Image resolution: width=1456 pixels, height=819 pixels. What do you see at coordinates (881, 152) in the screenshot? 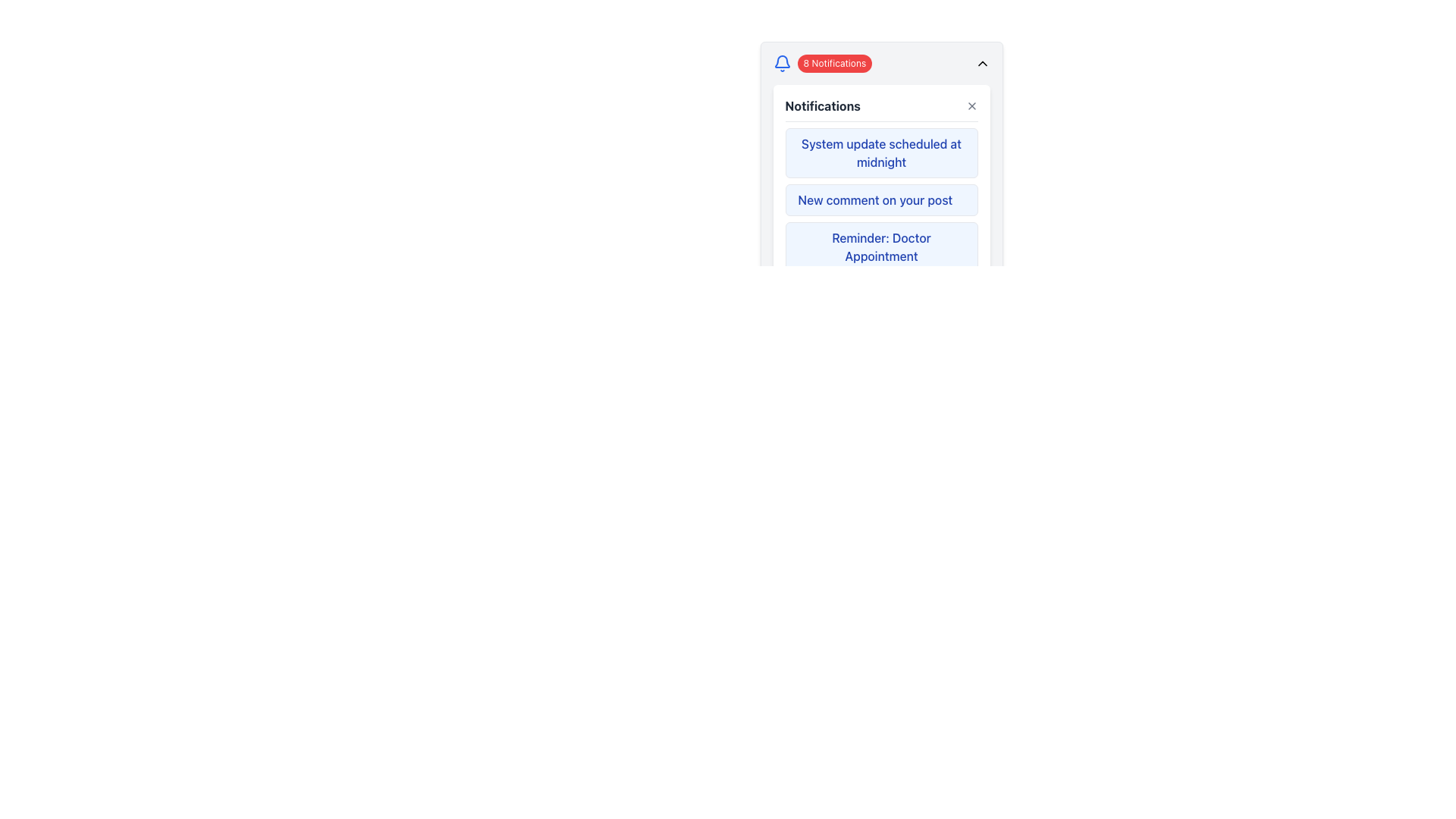
I see `the blue notification banner displaying 'System update scheduled at midnight', which is the first notification item in the stack below the 'Notifications' header` at bounding box center [881, 152].